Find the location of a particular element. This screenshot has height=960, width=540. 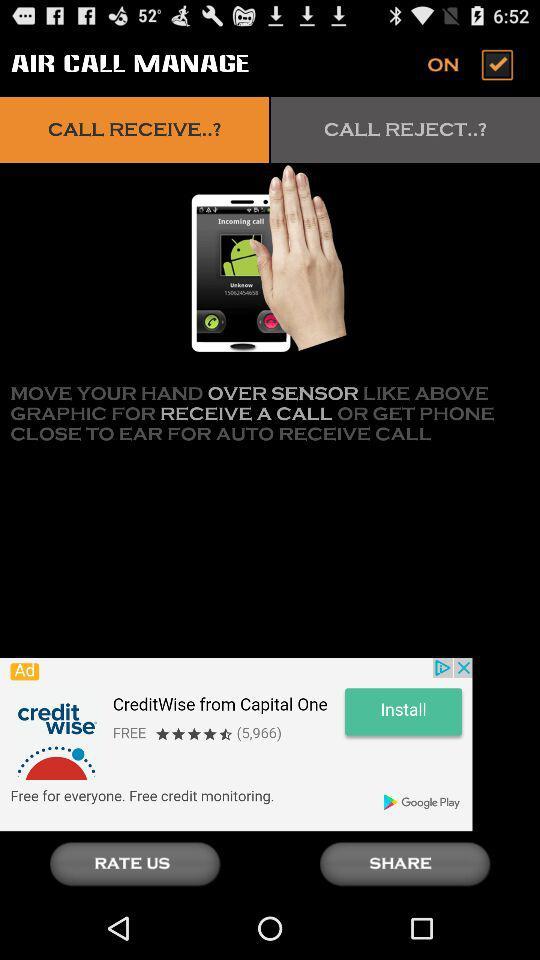

rate us is located at coordinates (135, 863).